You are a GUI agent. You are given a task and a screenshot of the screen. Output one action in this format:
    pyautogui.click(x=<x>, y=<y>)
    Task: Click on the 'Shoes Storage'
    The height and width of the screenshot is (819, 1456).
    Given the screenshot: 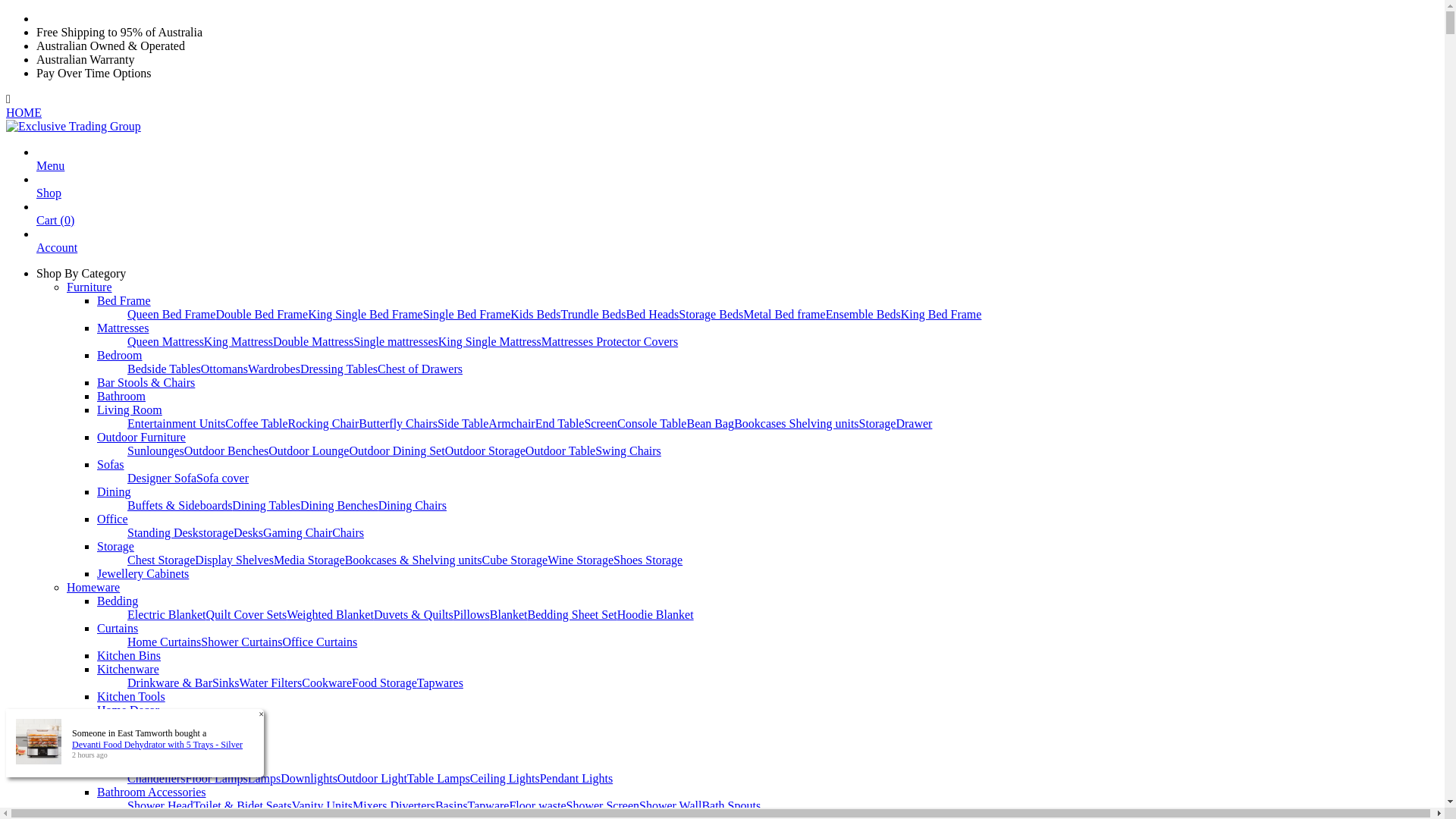 What is the action you would take?
    pyautogui.click(x=613, y=560)
    